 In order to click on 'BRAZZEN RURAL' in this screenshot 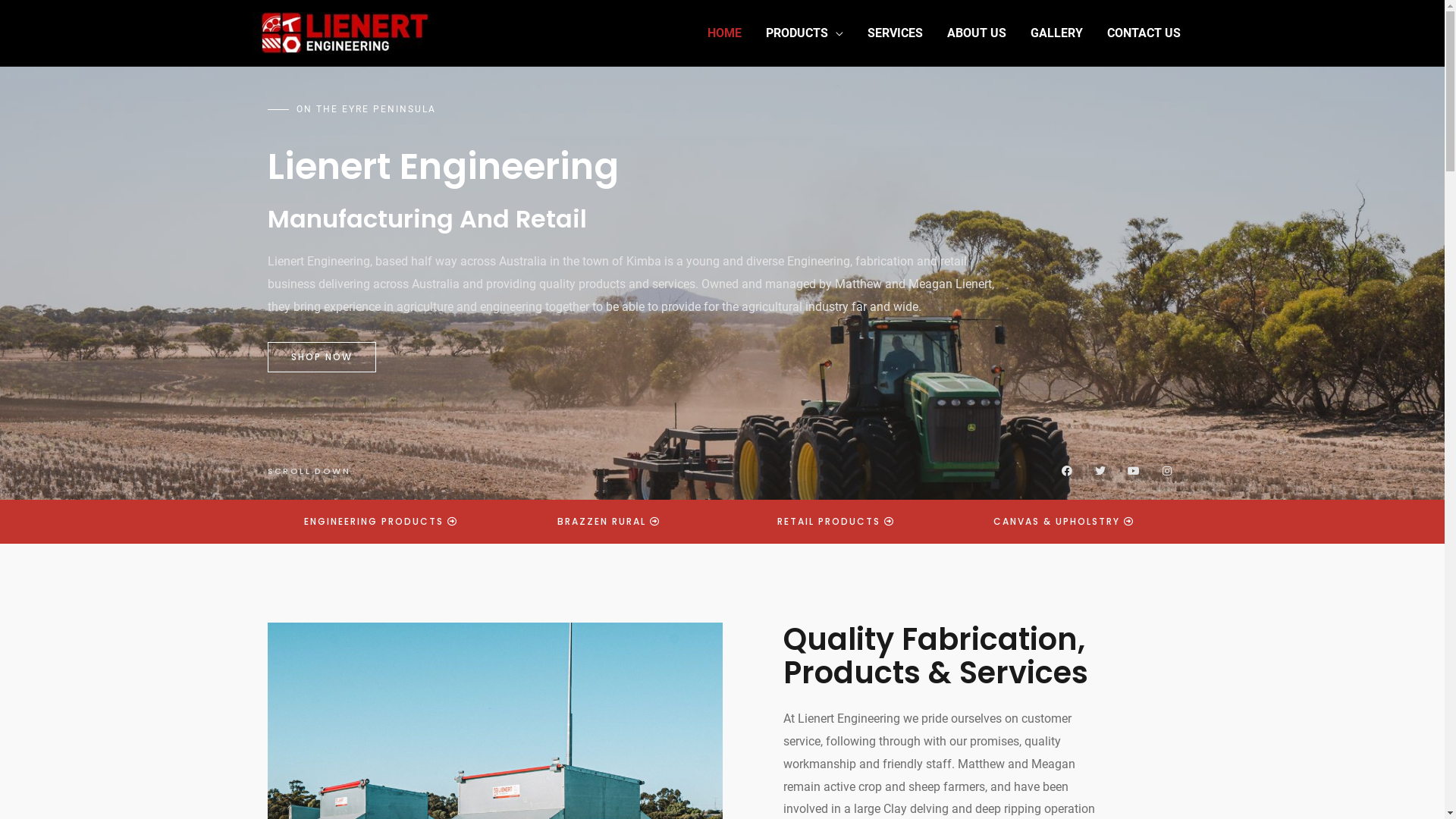, I will do `click(534, 520)`.